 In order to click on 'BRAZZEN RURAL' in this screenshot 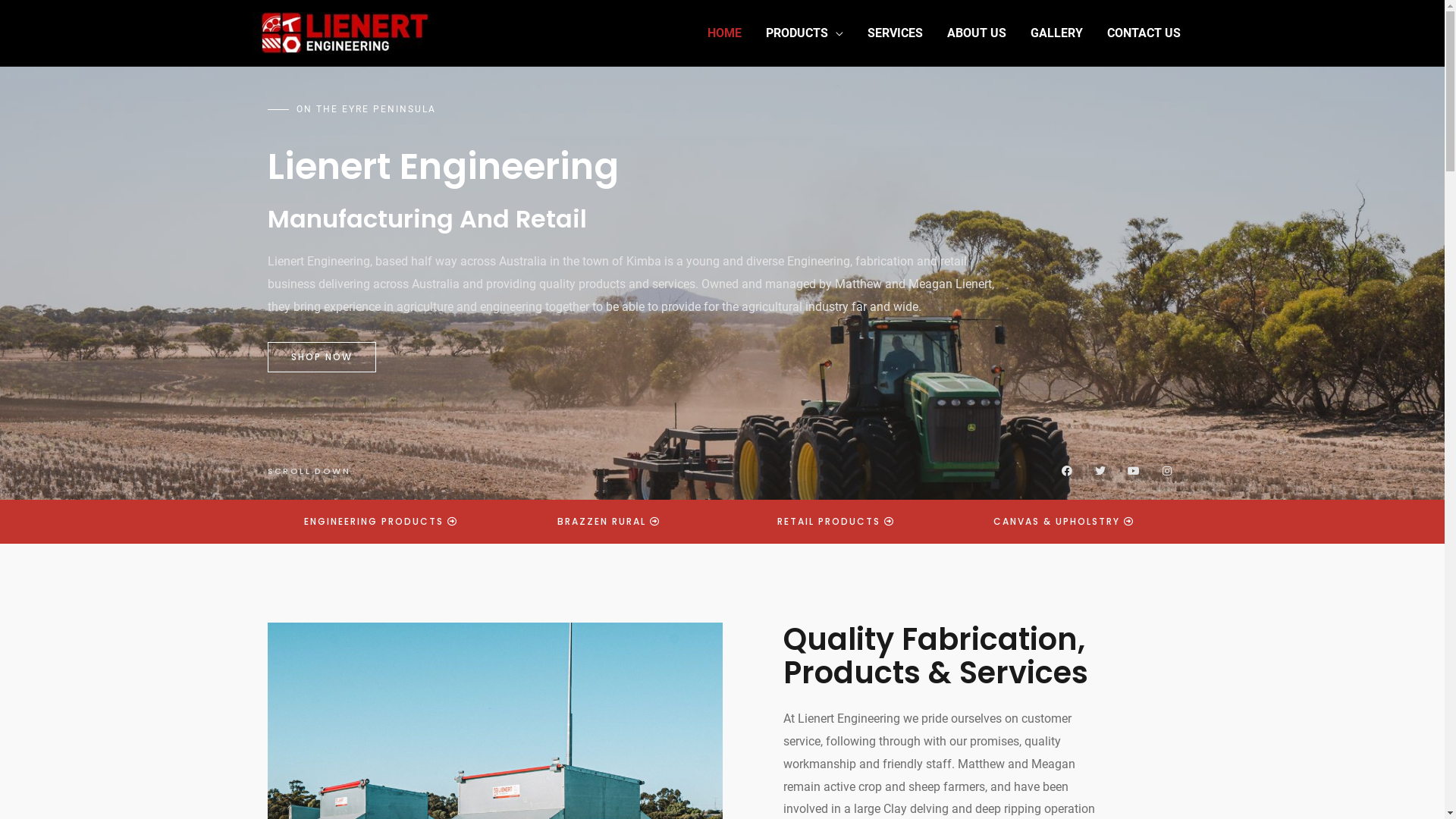, I will do `click(534, 520)`.